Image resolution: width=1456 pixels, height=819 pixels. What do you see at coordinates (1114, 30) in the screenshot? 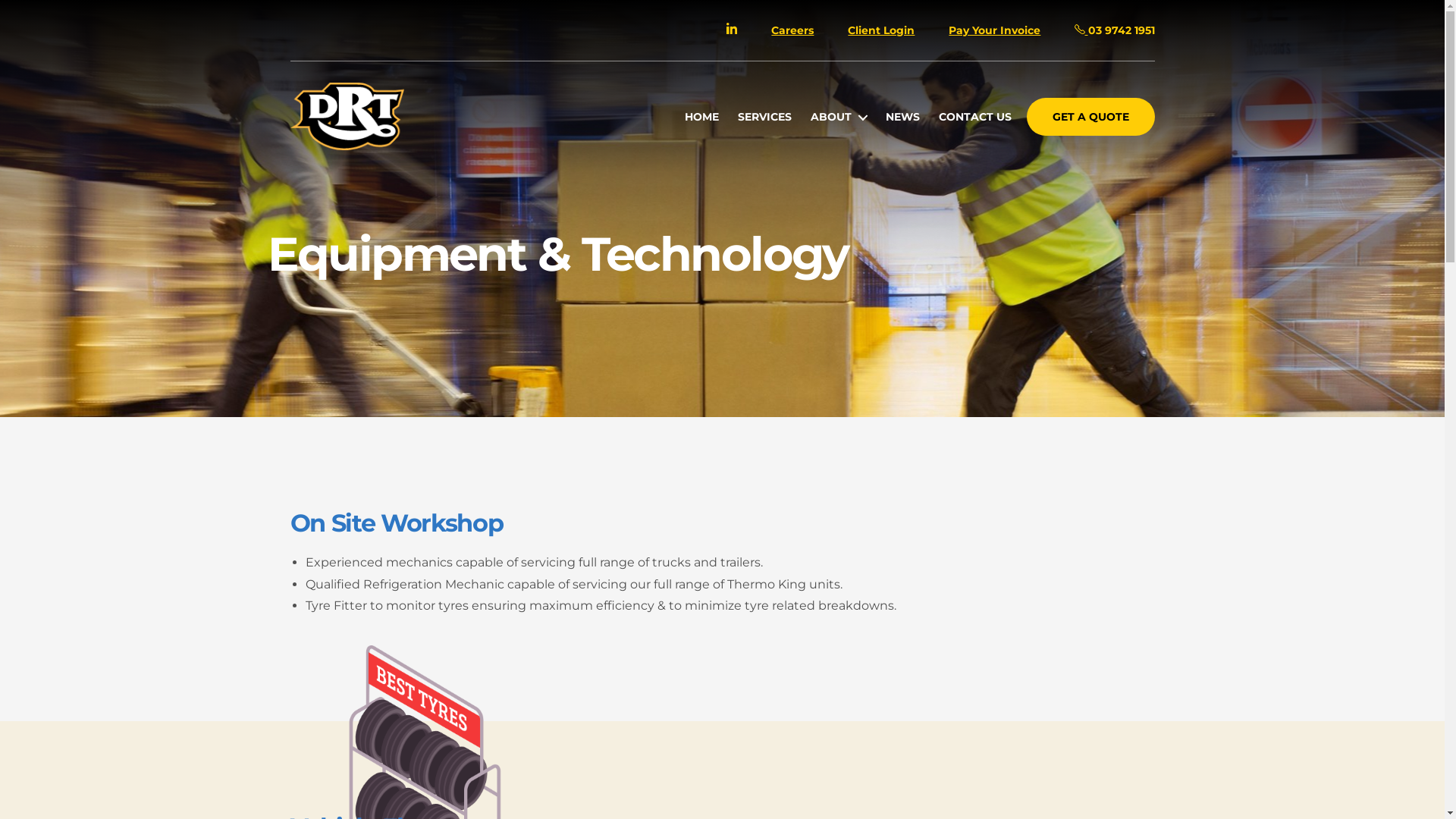
I see `'03 9742 1951'` at bounding box center [1114, 30].